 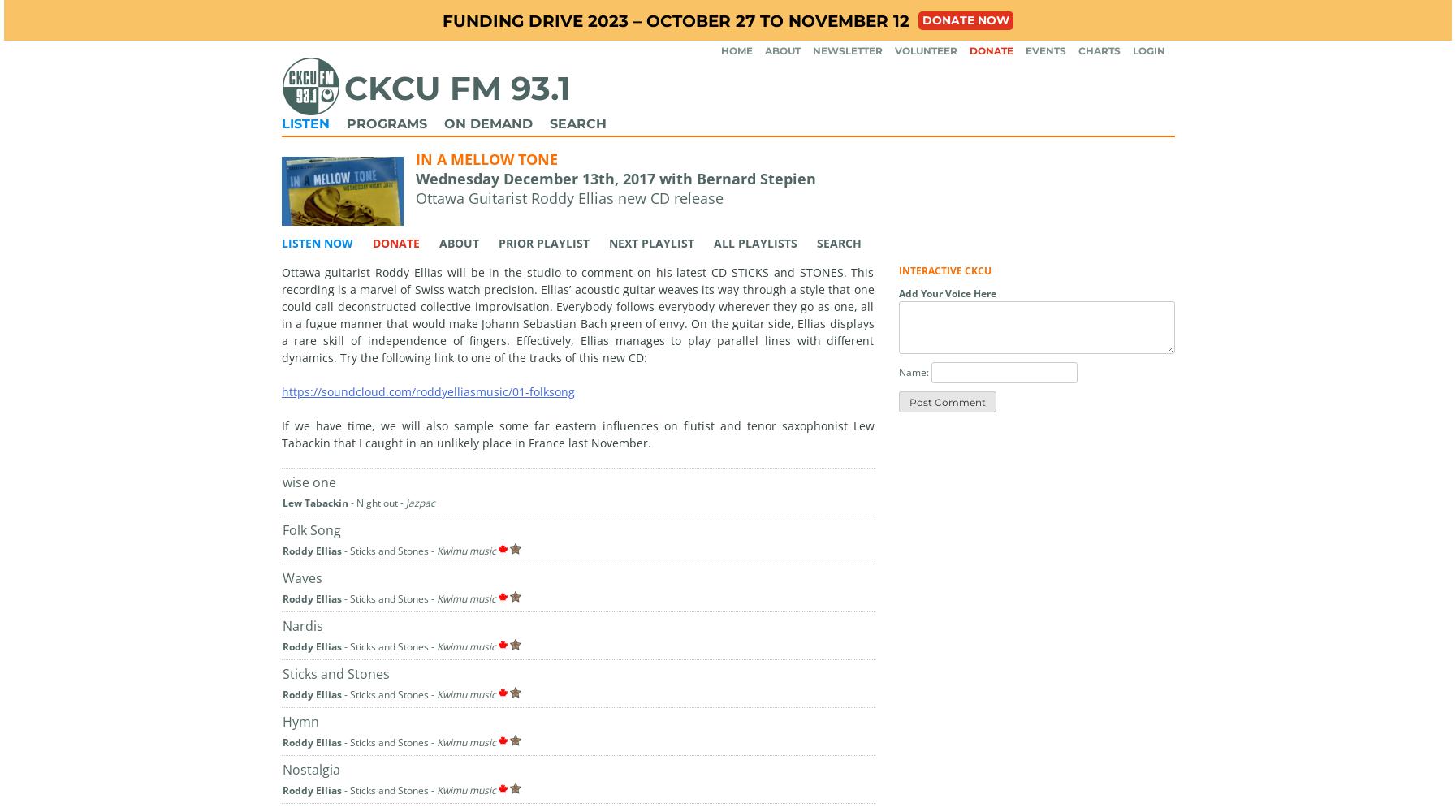 What do you see at coordinates (754, 242) in the screenshot?
I see `'All Playlists'` at bounding box center [754, 242].